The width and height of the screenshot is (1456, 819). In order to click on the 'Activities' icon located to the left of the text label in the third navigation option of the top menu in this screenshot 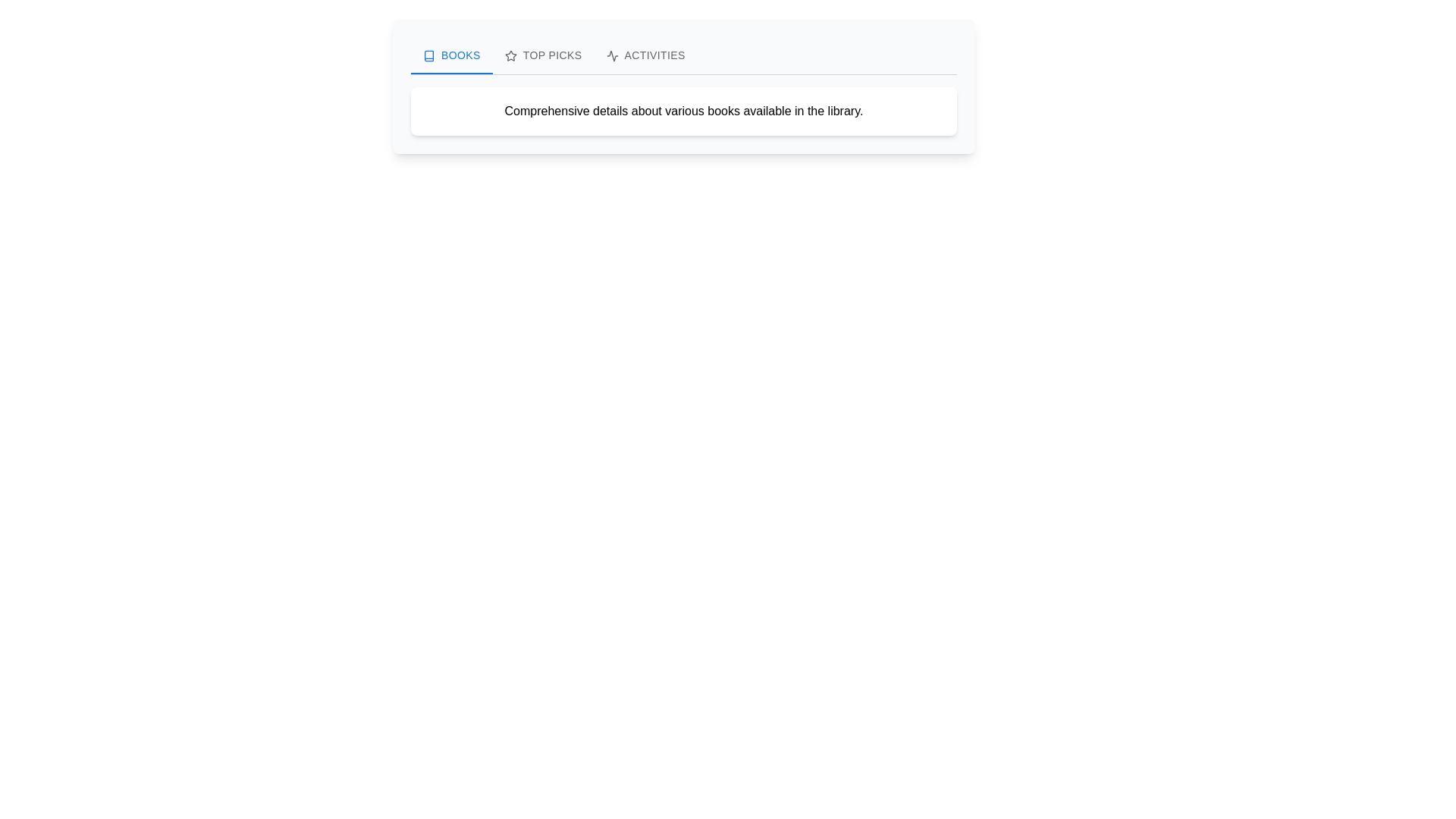, I will do `click(612, 55)`.